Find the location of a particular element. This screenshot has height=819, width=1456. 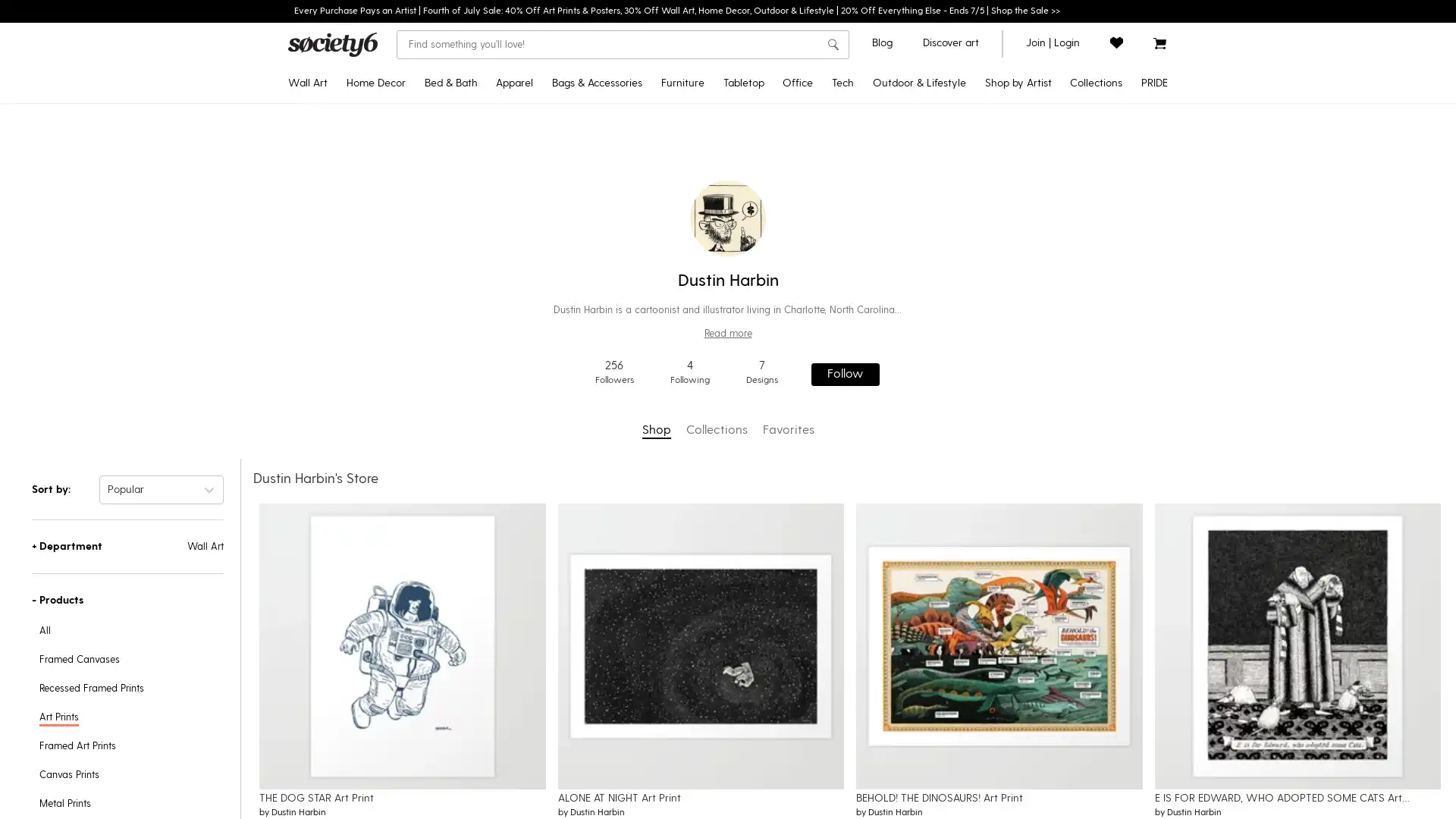

Hand & Bath Towels is located at coordinates (483, 243).